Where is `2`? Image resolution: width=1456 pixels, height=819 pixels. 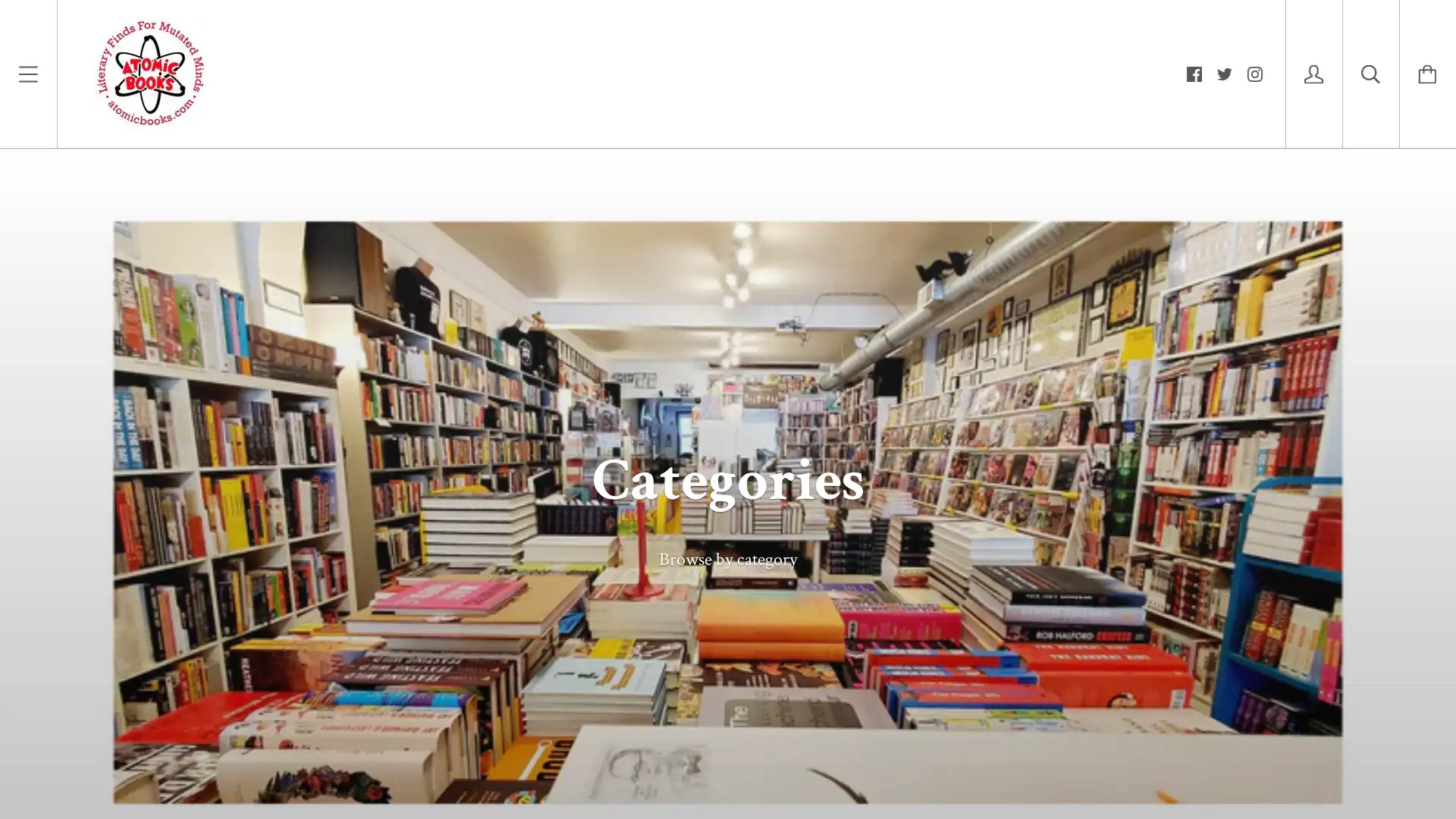 2 is located at coordinates (1295, 748).